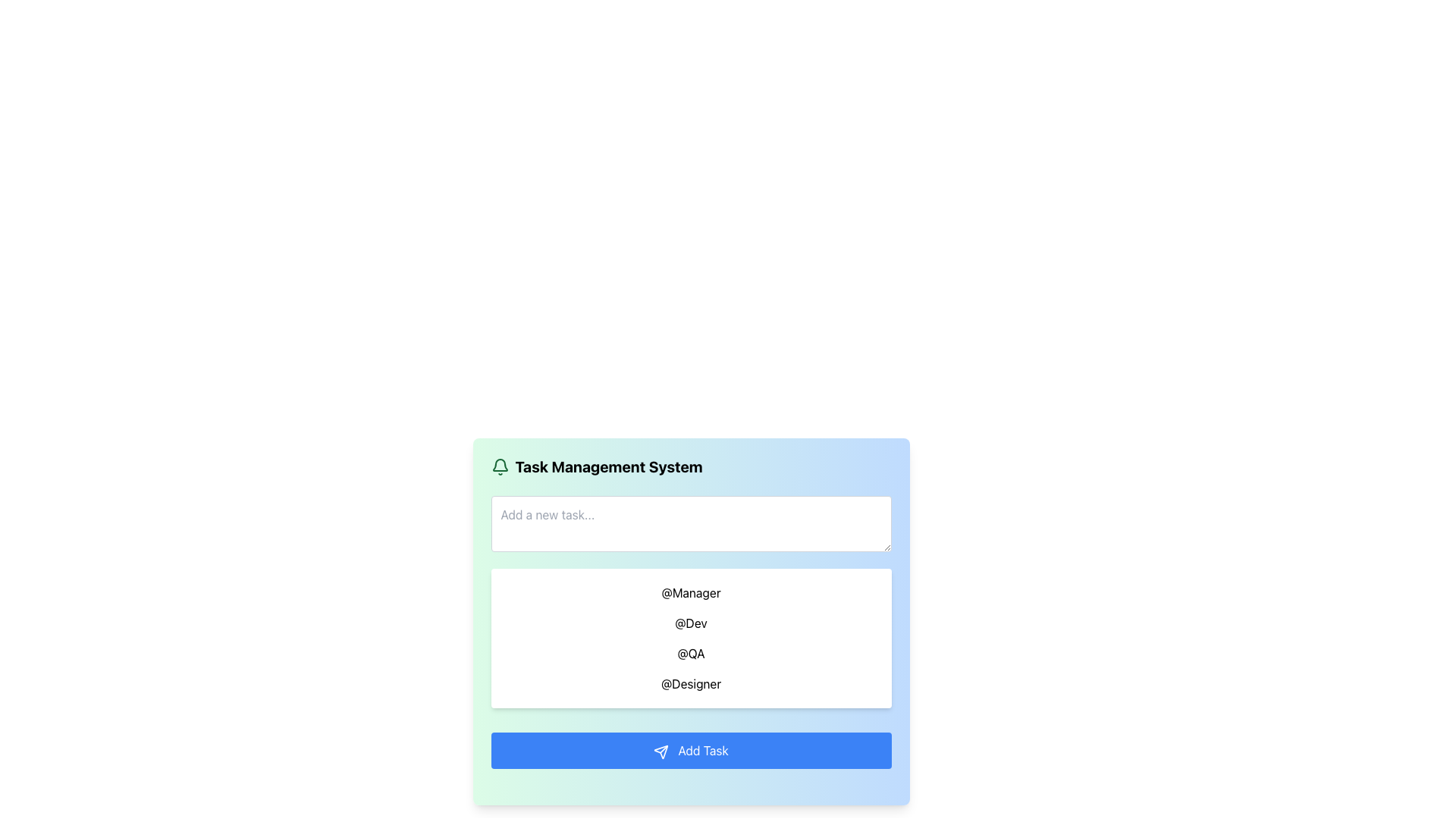  Describe the element at coordinates (500, 466) in the screenshot. I see `the bell-shaped icon outlined in green, located next to the text 'Task Management System' at the top of the card component` at that location.